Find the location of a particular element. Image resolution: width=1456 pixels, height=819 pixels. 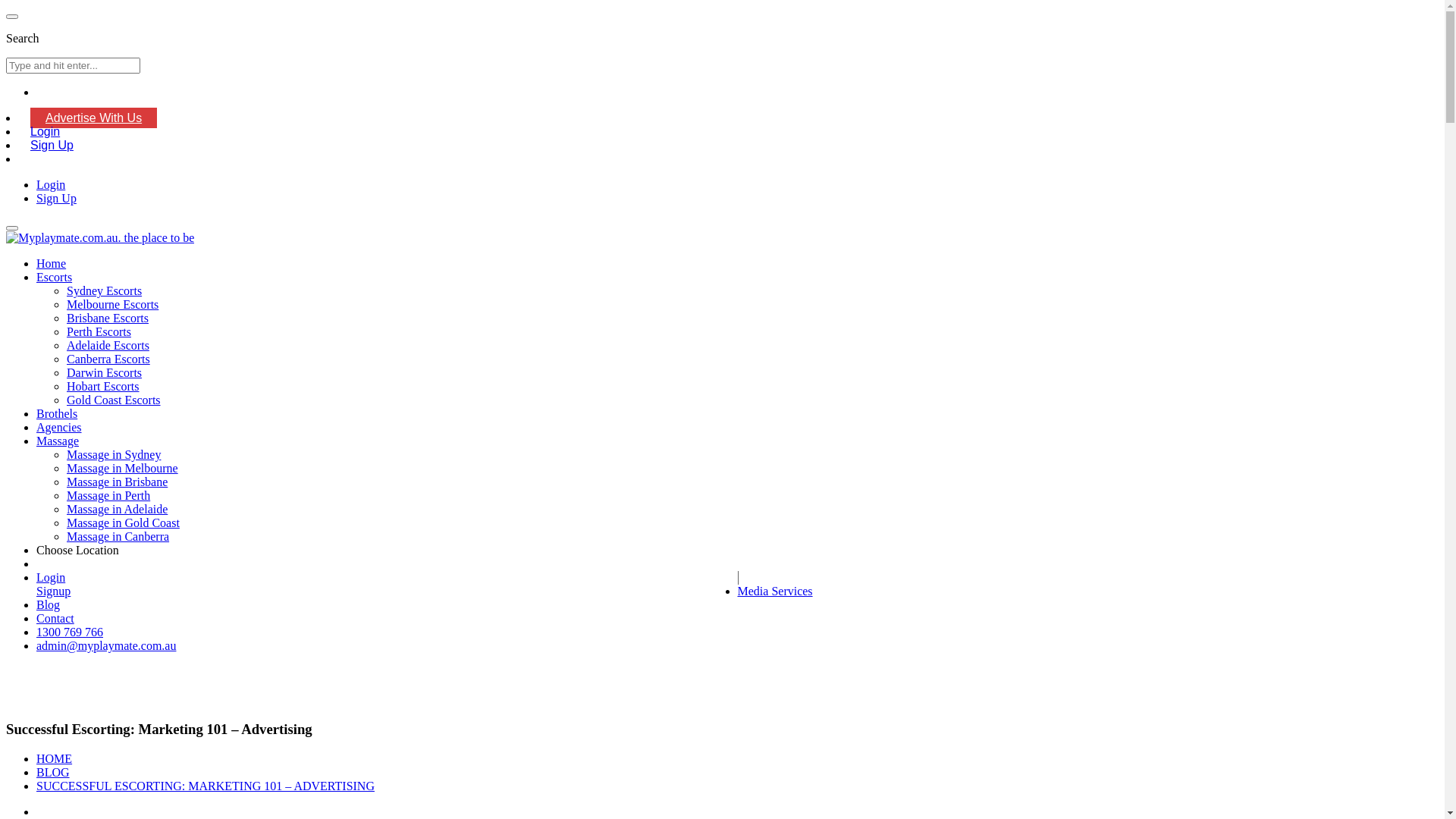

'Sign Up' is located at coordinates (56, 197).